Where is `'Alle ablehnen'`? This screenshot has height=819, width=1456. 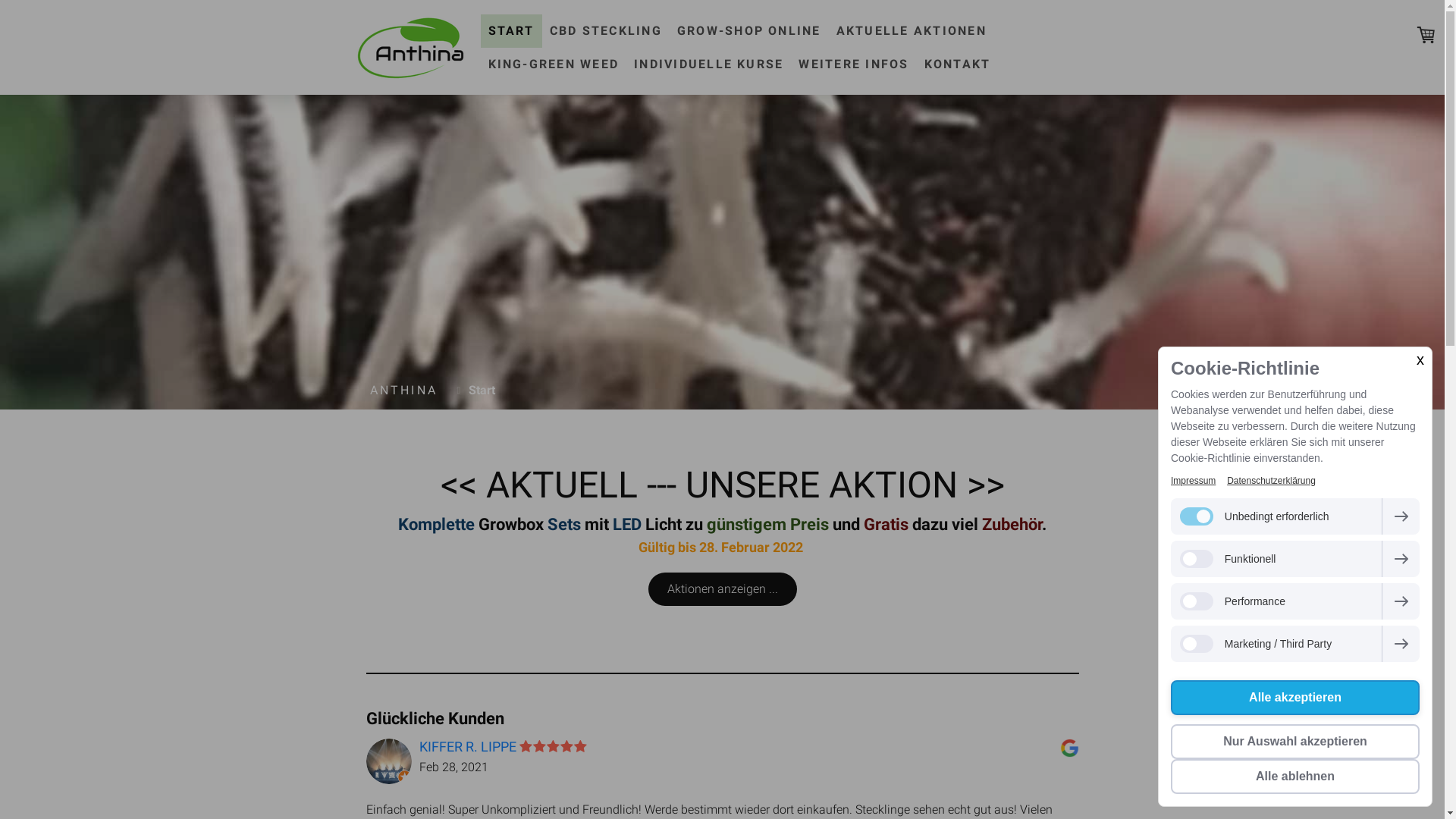
'Alle ablehnen' is located at coordinates (1294, 776).